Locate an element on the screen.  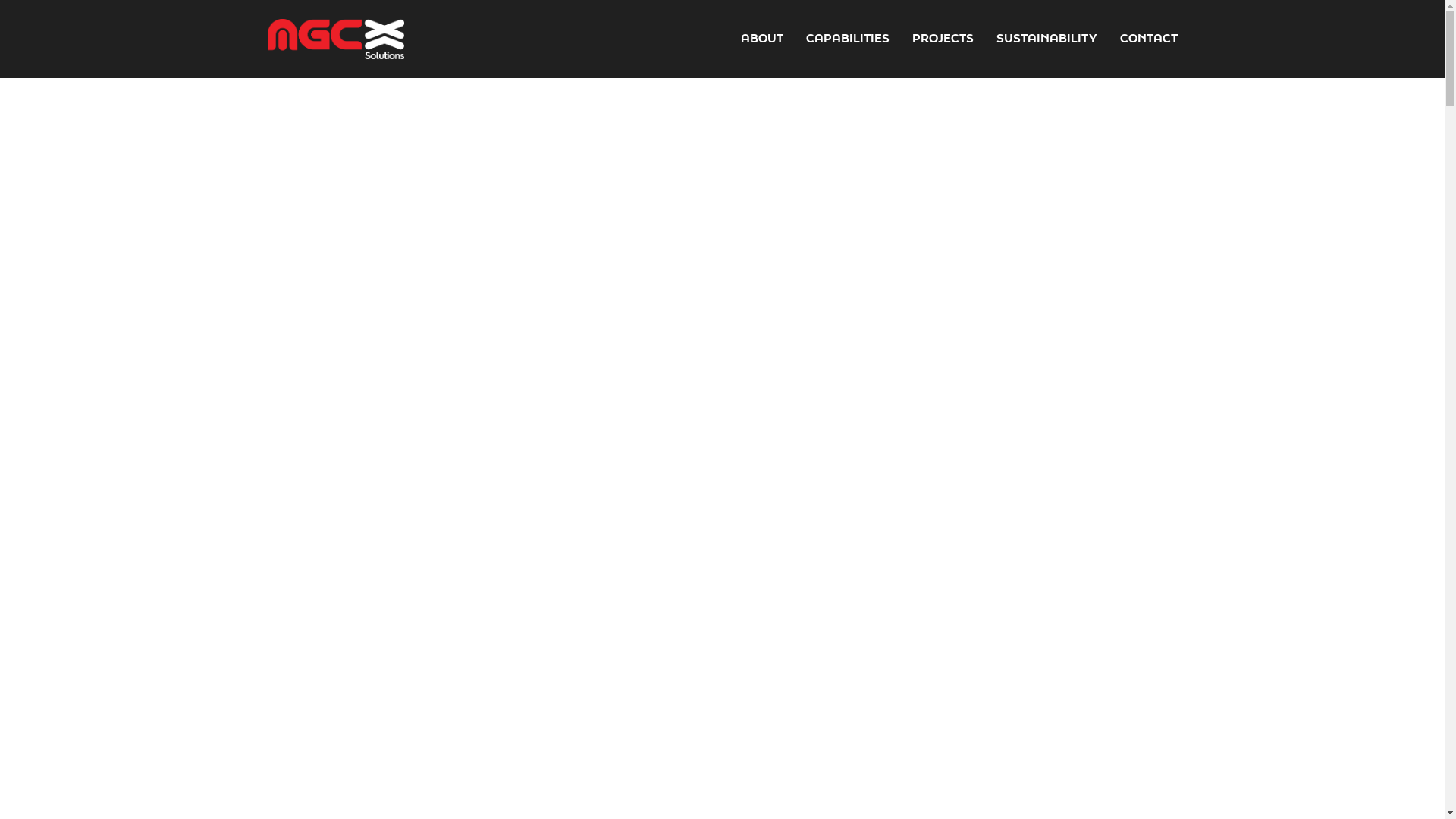
'PROJECTS' is located at coordinates (941, 38).